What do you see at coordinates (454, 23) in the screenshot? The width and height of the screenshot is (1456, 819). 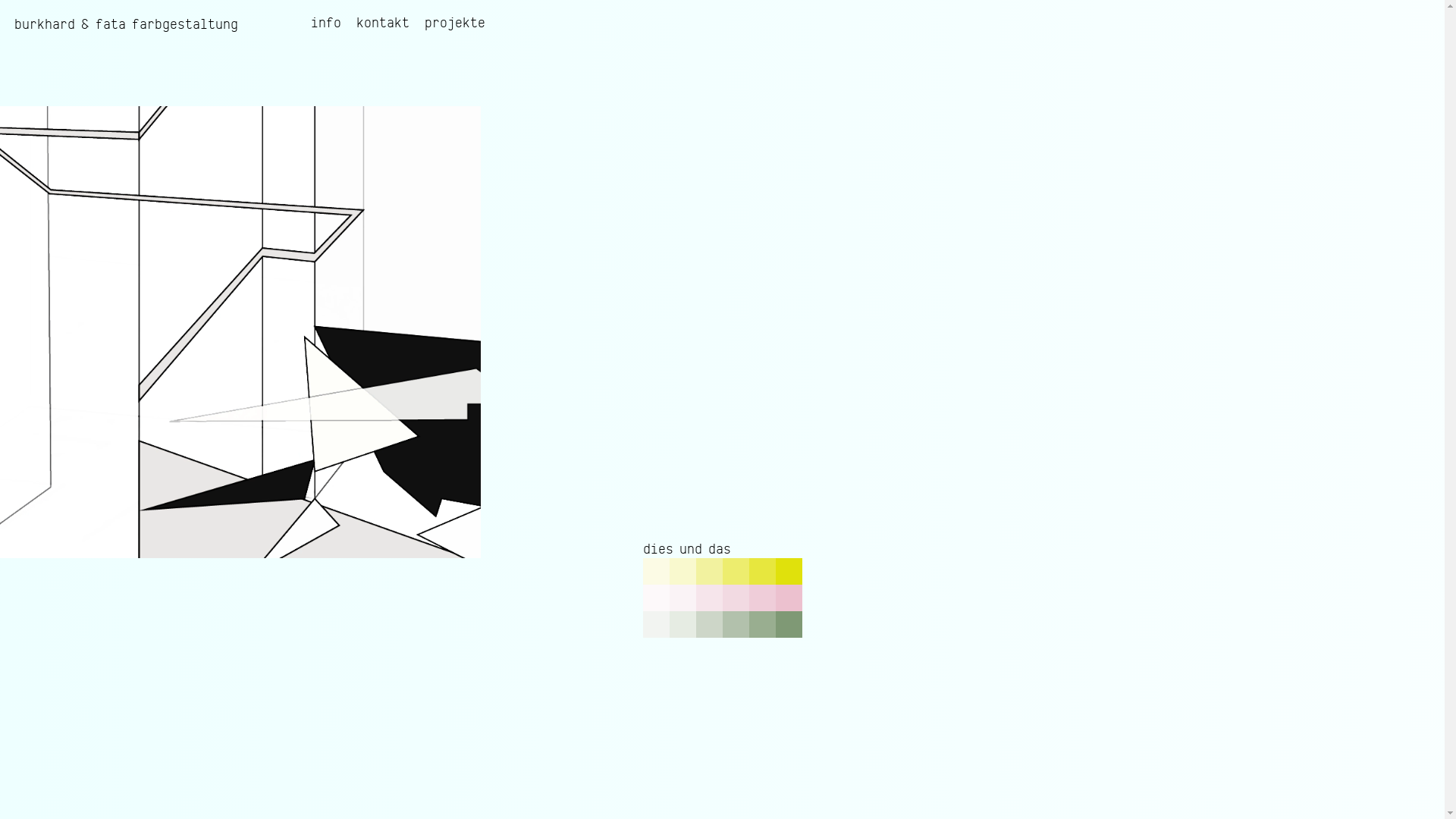 I see `'projekte'` at bounding box center [454, 23].